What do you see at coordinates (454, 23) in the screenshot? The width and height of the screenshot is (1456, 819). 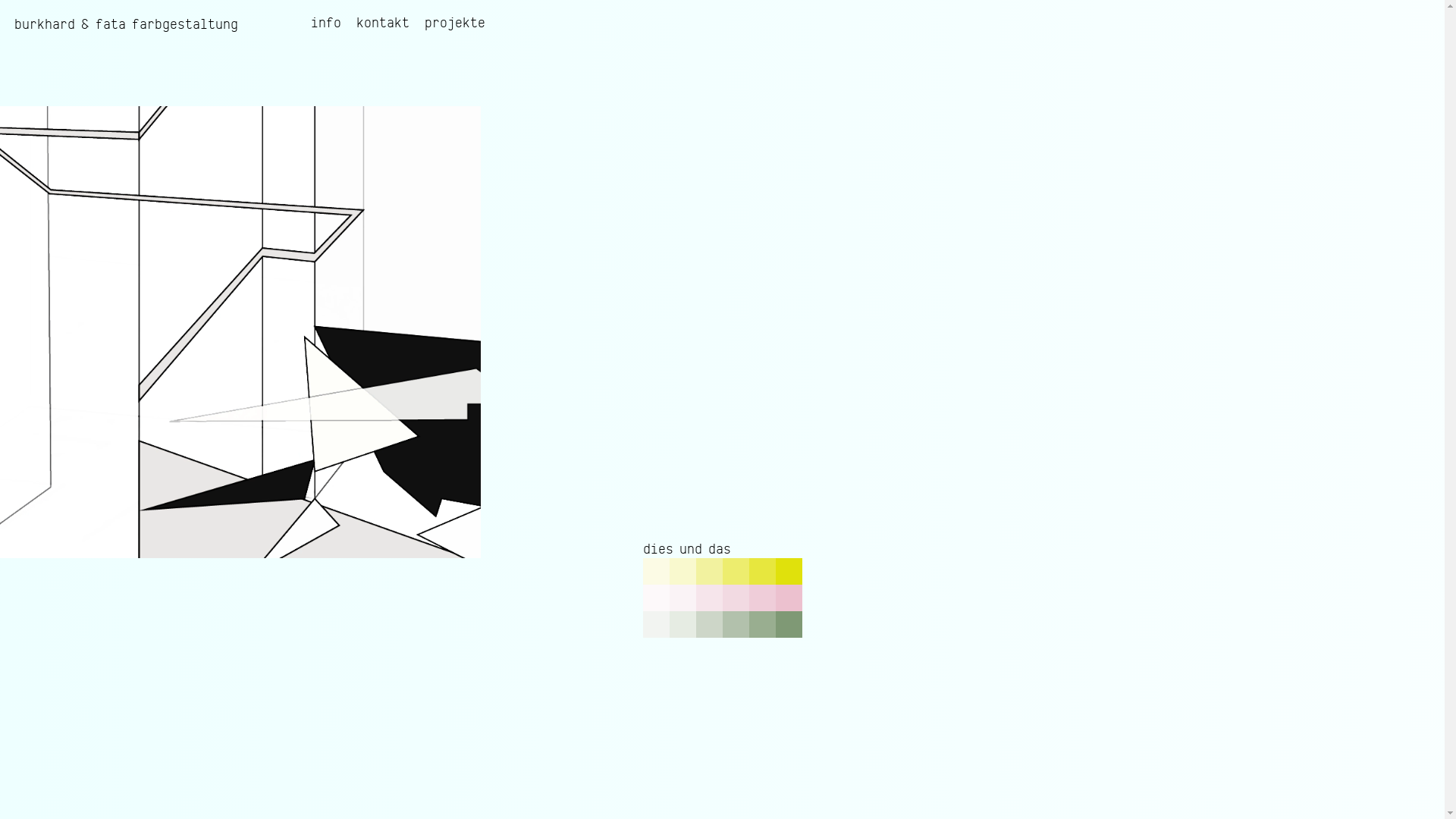 I see `'projekte'` at bounding box center [454, 23].